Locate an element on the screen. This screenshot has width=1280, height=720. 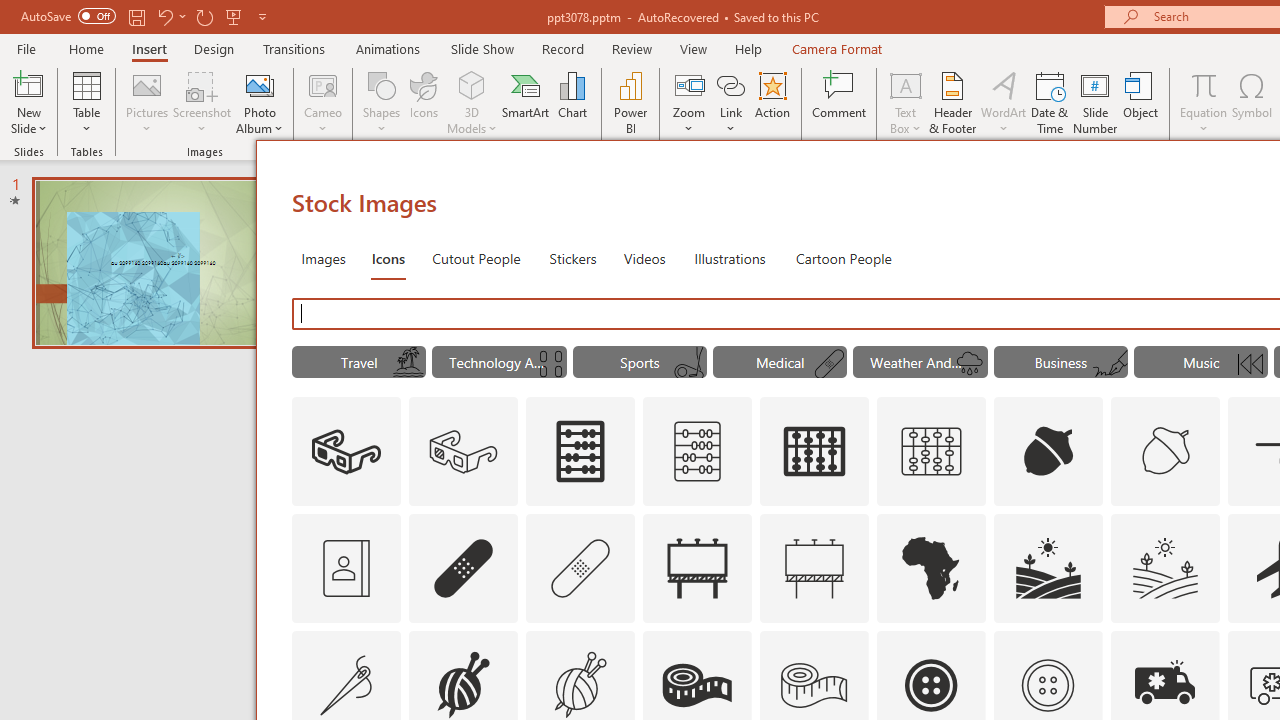
'Cartoon People' is located at coordinates (843, 257).